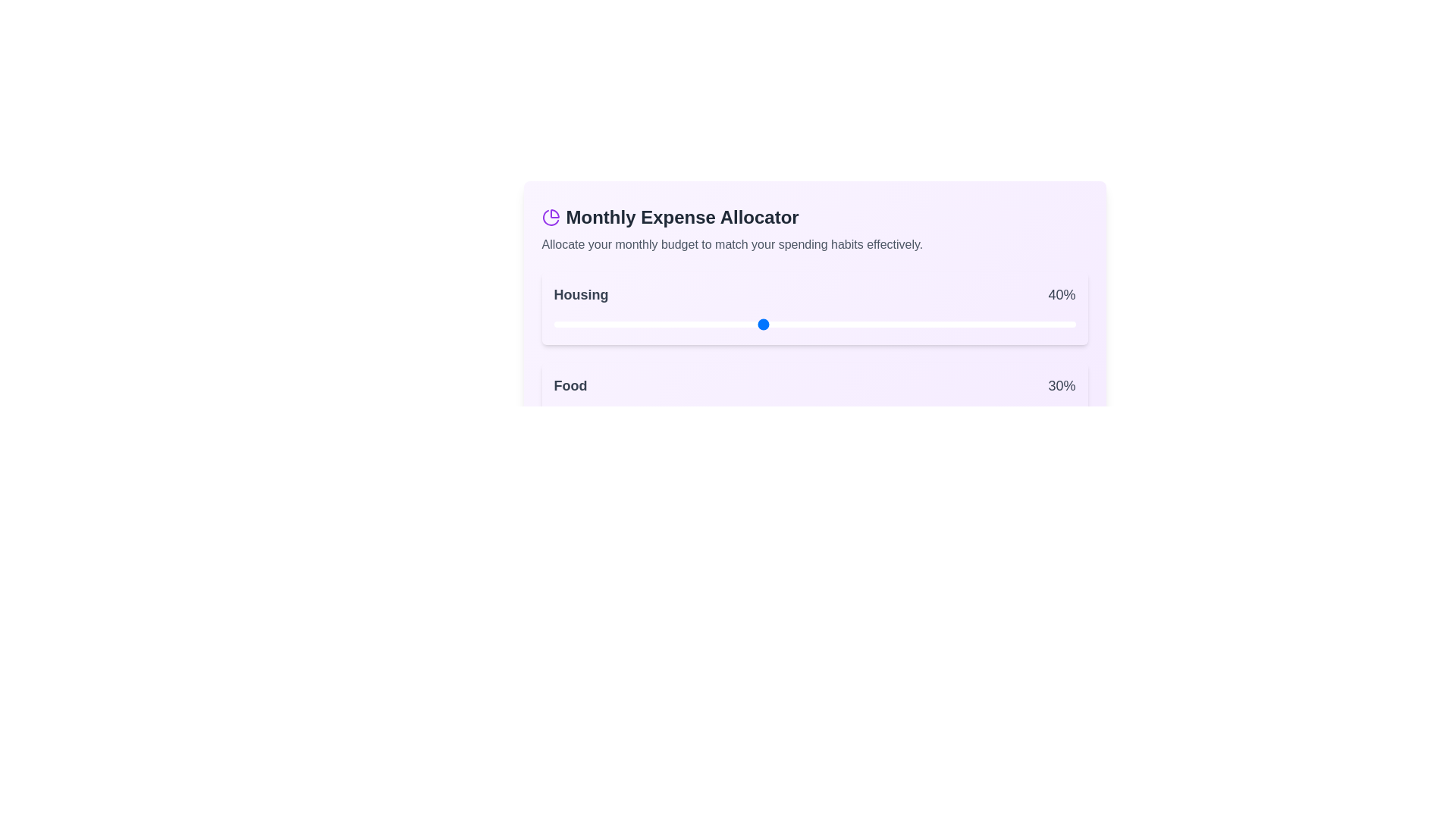 This screenshot has width=1456, height=819. I want to click on the budget for Housing, so click(913, 324).